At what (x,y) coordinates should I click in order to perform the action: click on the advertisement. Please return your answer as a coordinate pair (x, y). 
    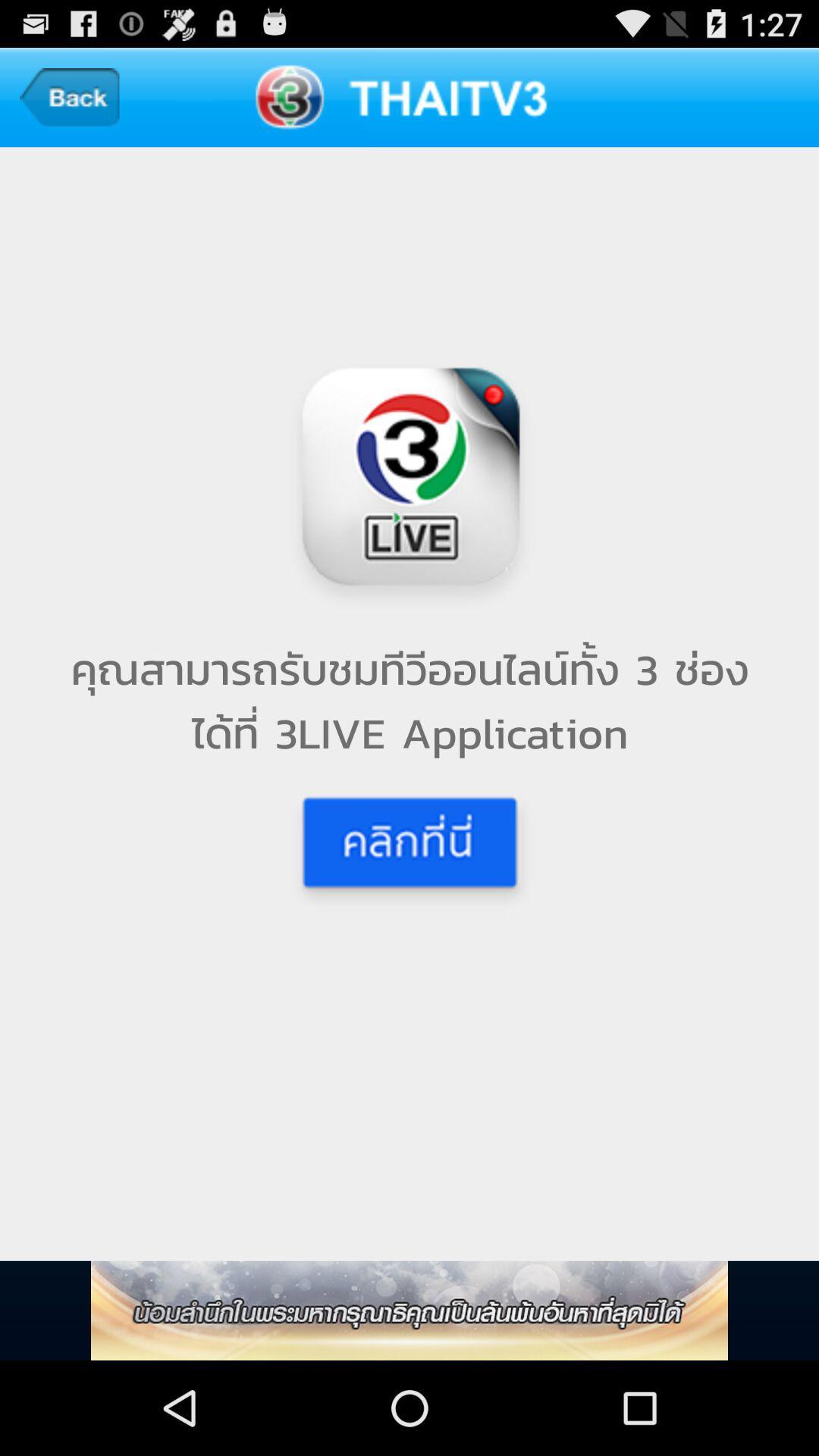
    Looking at the image, I should click on (409, 1310).